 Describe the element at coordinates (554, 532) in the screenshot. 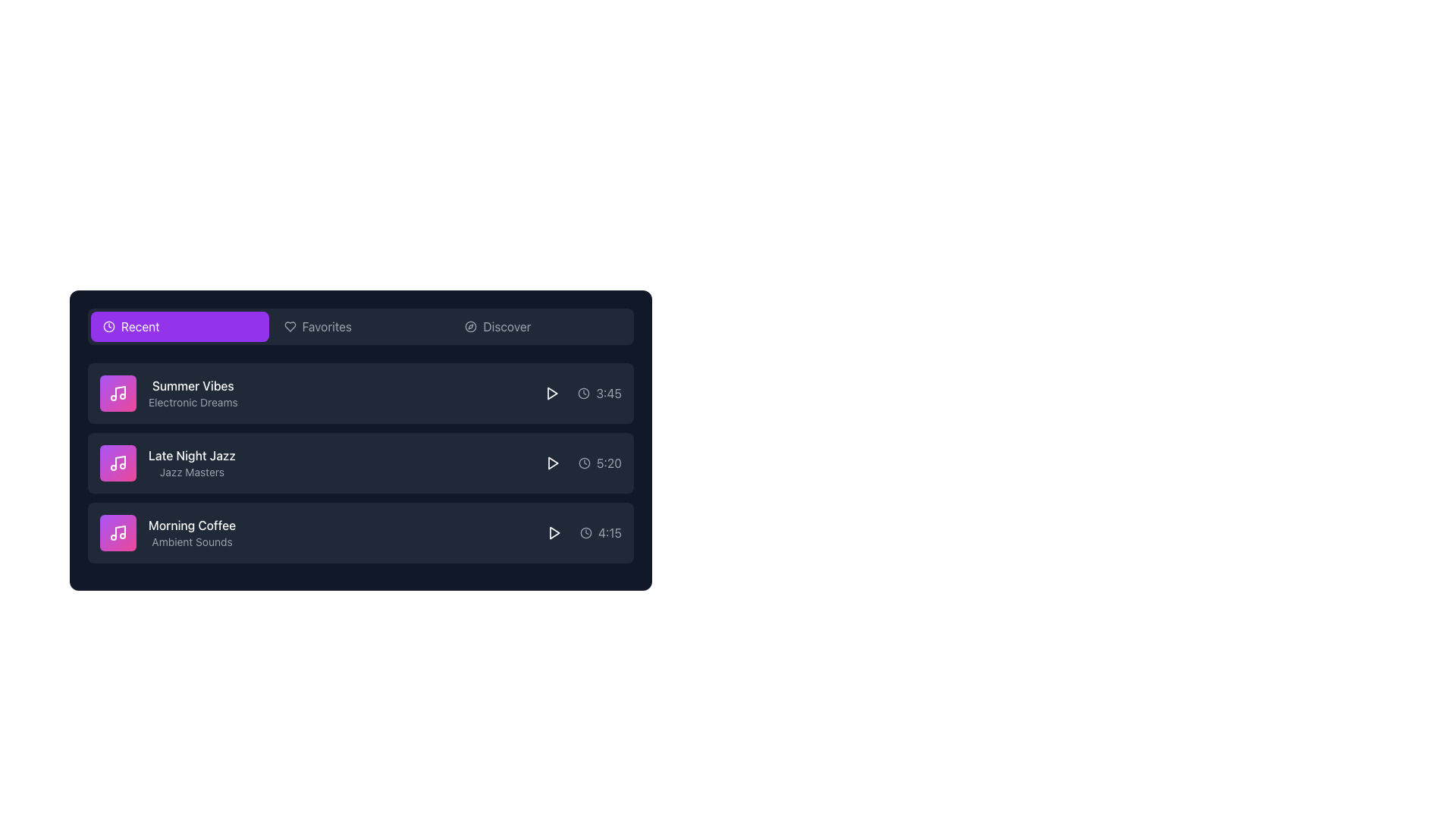

I see `the Play button icon for the 'Morning Coffee' track` at that location.